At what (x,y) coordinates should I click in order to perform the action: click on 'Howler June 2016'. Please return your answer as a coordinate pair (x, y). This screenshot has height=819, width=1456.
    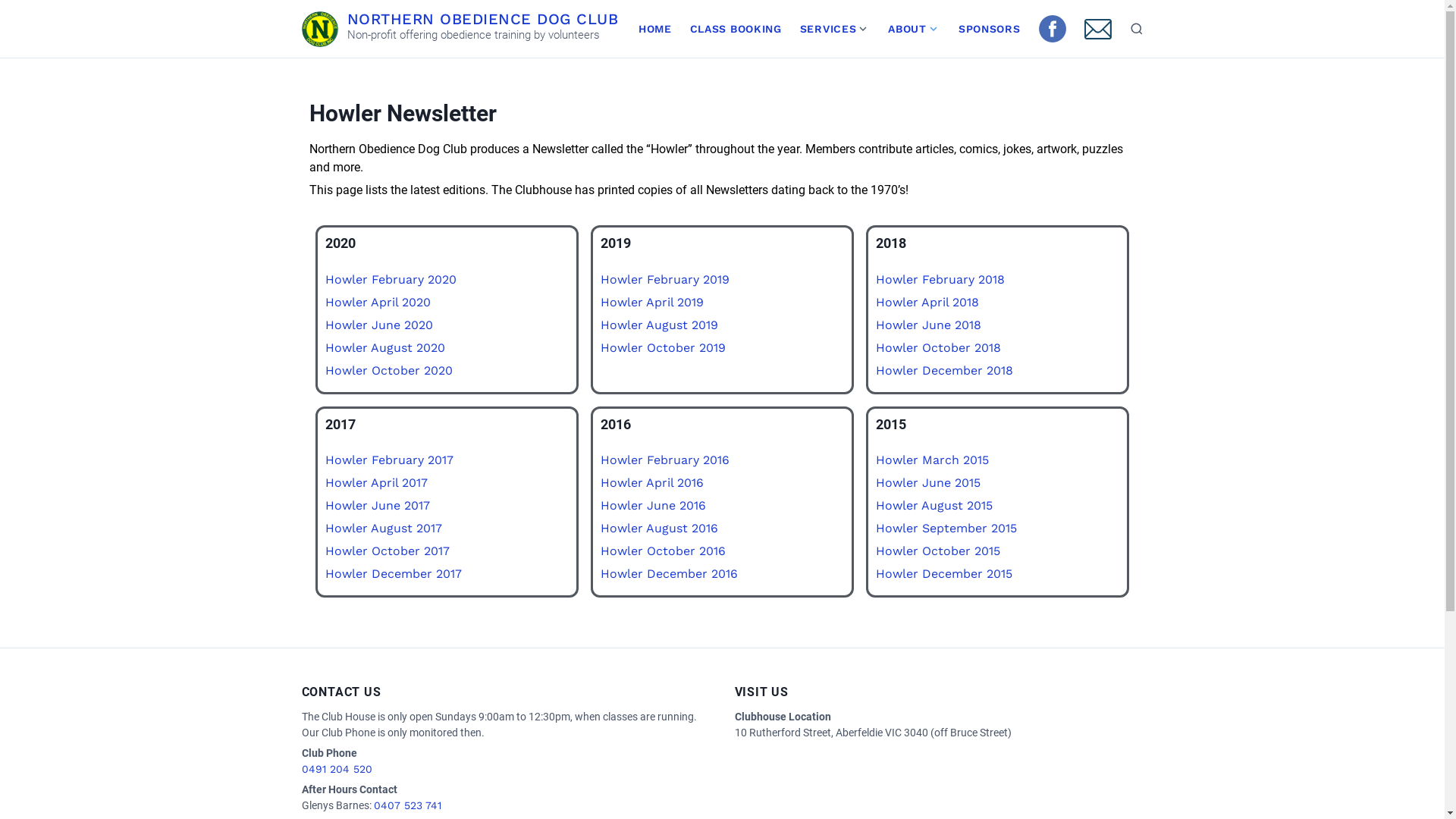
    Looking at the image, I should click on (653, 505).